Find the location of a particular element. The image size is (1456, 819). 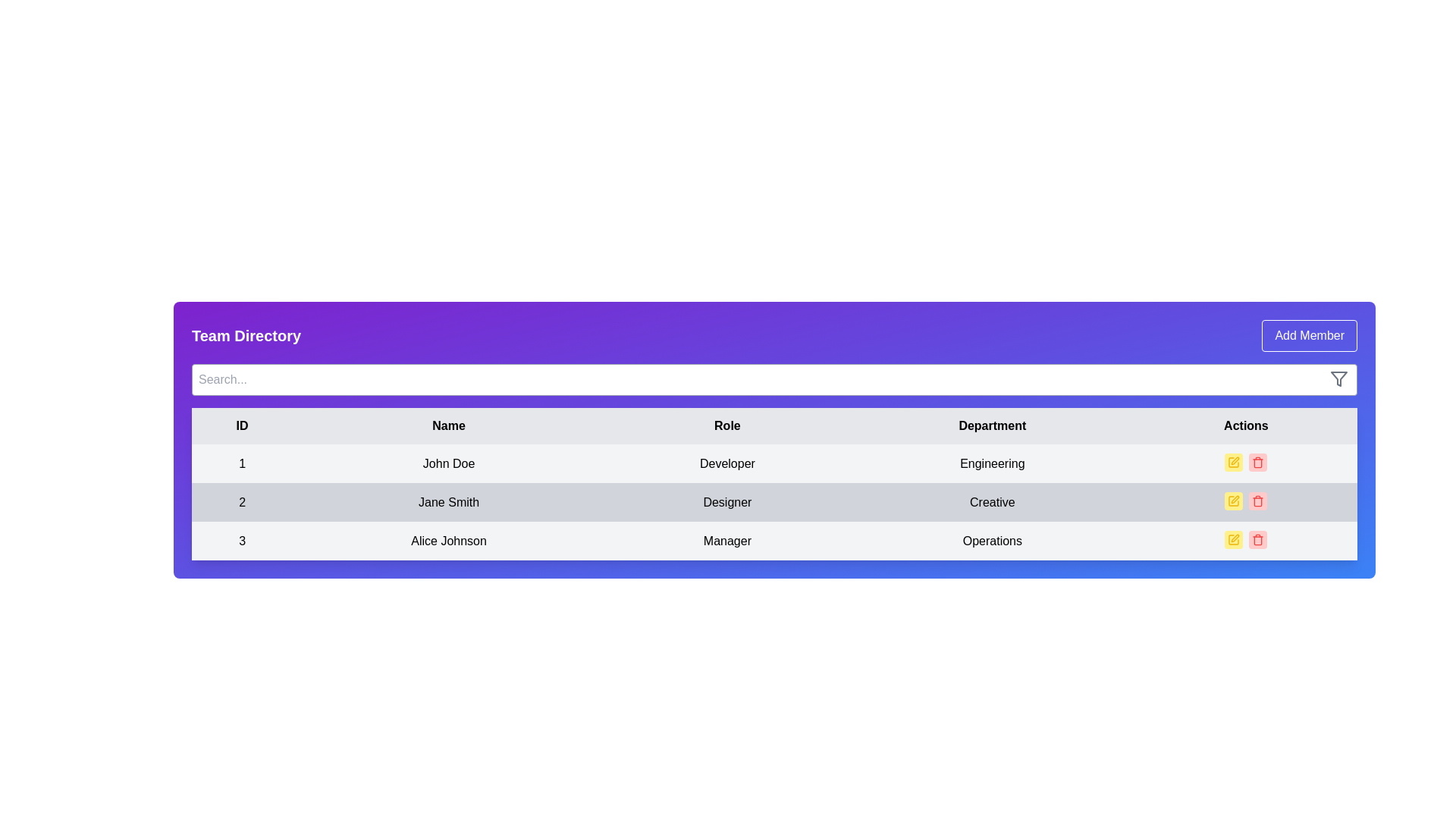

the 'ID' column text of the second entry is located at coordinates (241, 502).